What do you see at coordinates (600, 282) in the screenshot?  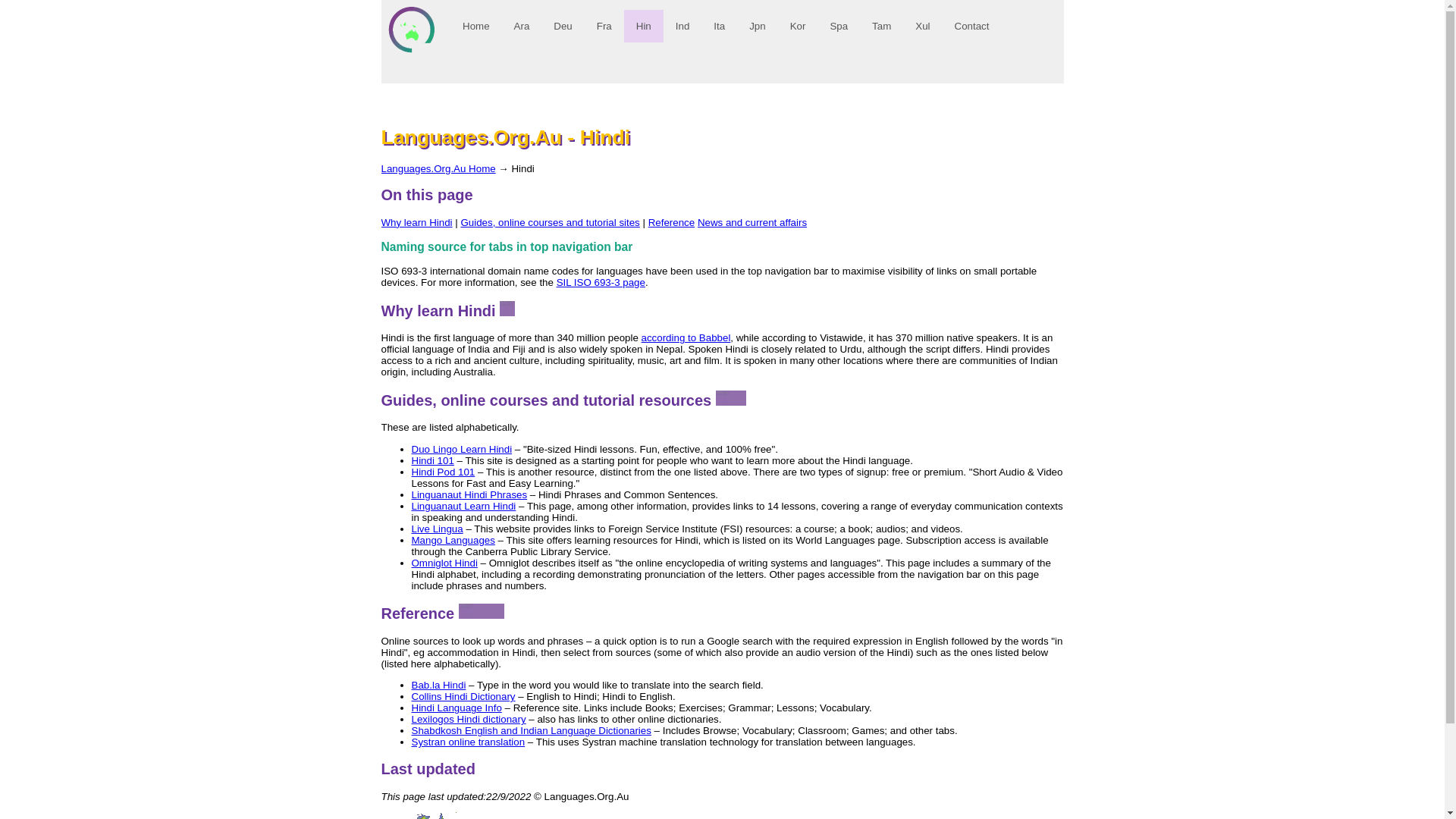 I see `'SIL ISO 693-3 page'` at bounding box center [600, 282].